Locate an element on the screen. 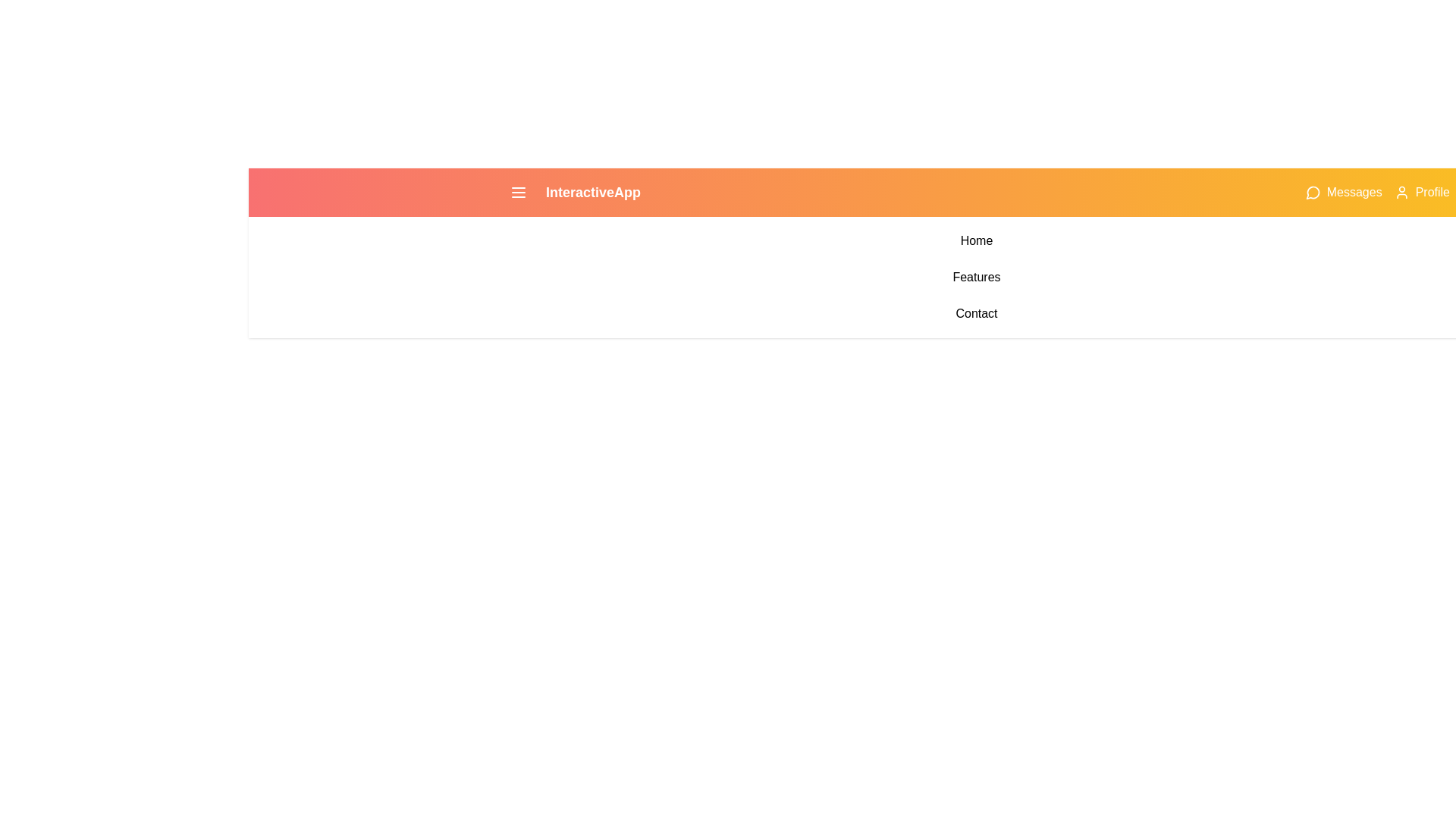 The height and width of the screenshot is (819, 1456). the 'Messages' button is located at coordinates (1343, 192).